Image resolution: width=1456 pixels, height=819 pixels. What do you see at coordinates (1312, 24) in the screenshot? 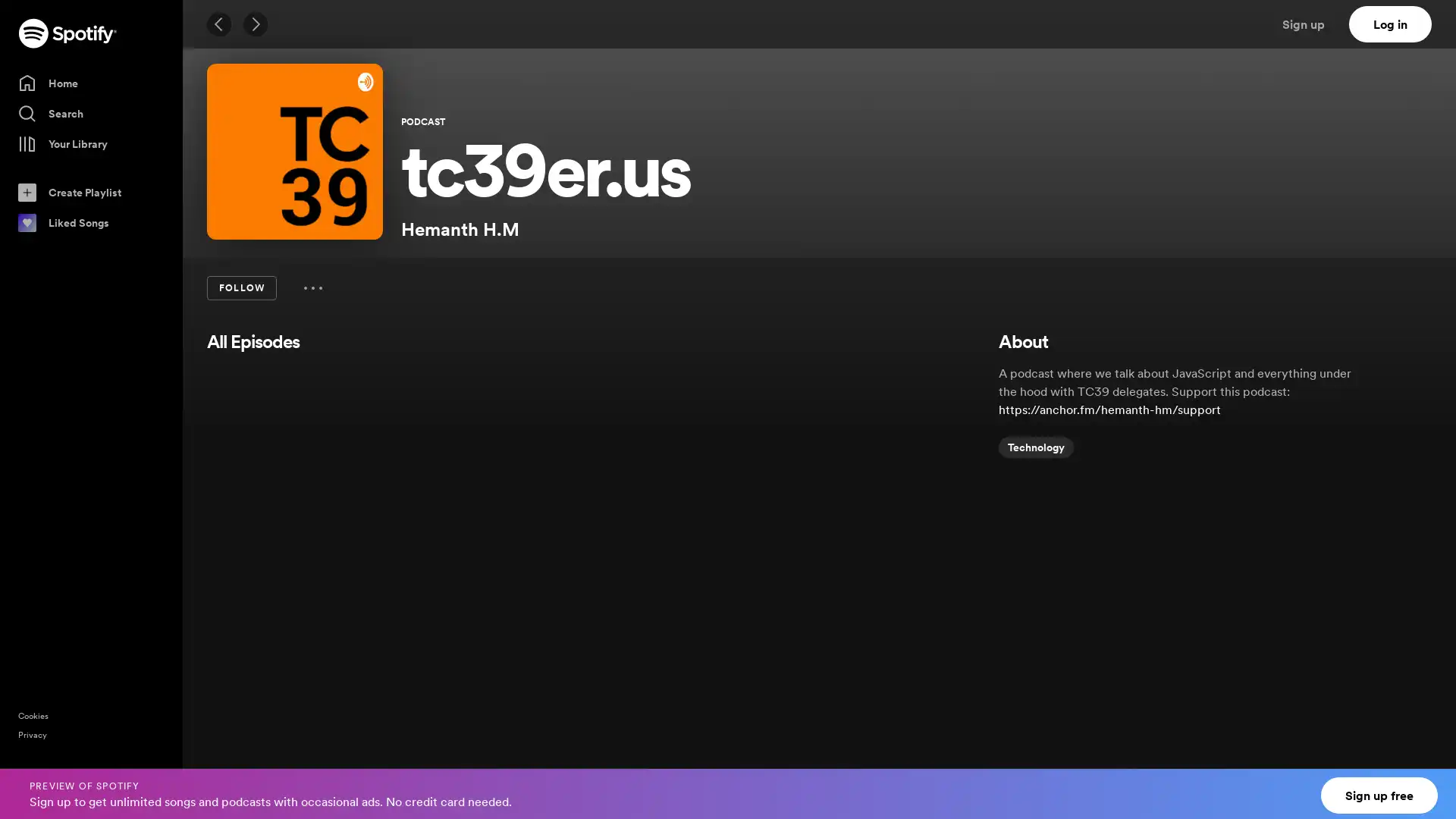
I see `Sign up` at bounding box center [1312, 24].